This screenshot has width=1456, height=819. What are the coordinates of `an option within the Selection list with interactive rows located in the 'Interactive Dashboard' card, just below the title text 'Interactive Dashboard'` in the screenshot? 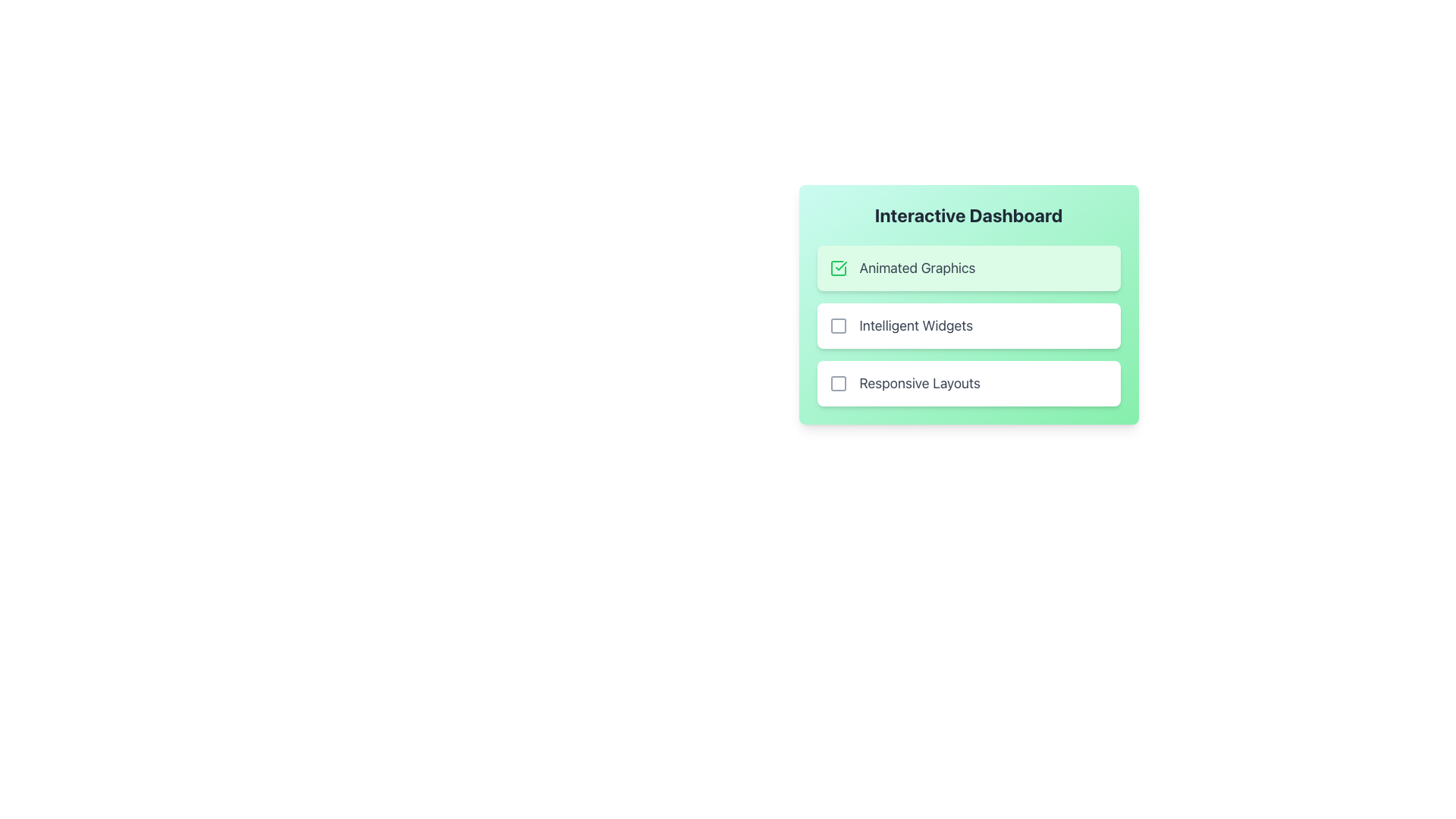 It's located at (968, 325).